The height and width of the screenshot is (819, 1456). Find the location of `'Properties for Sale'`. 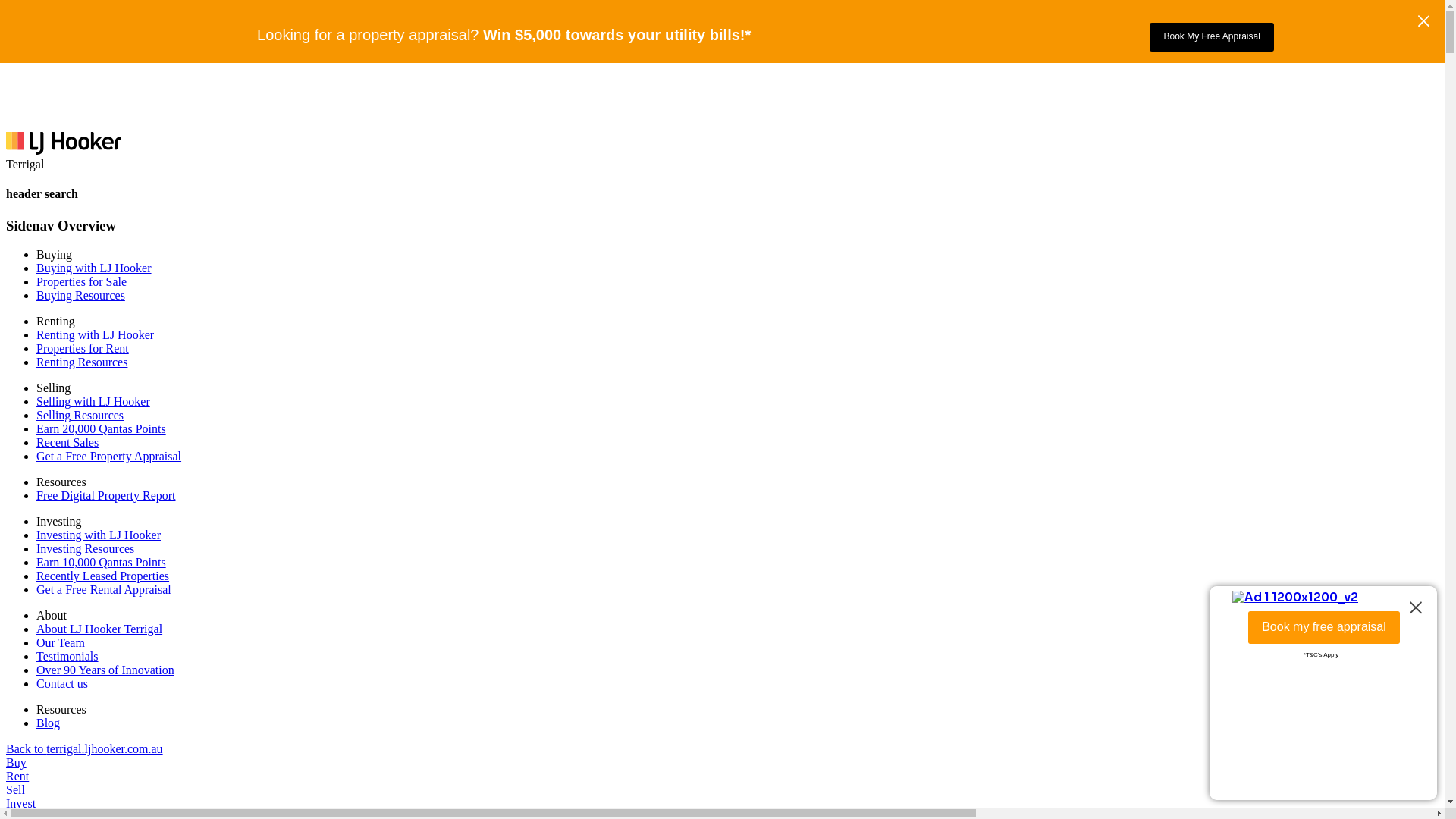

'Properties for Sale' is located at coordinates (80, 281).